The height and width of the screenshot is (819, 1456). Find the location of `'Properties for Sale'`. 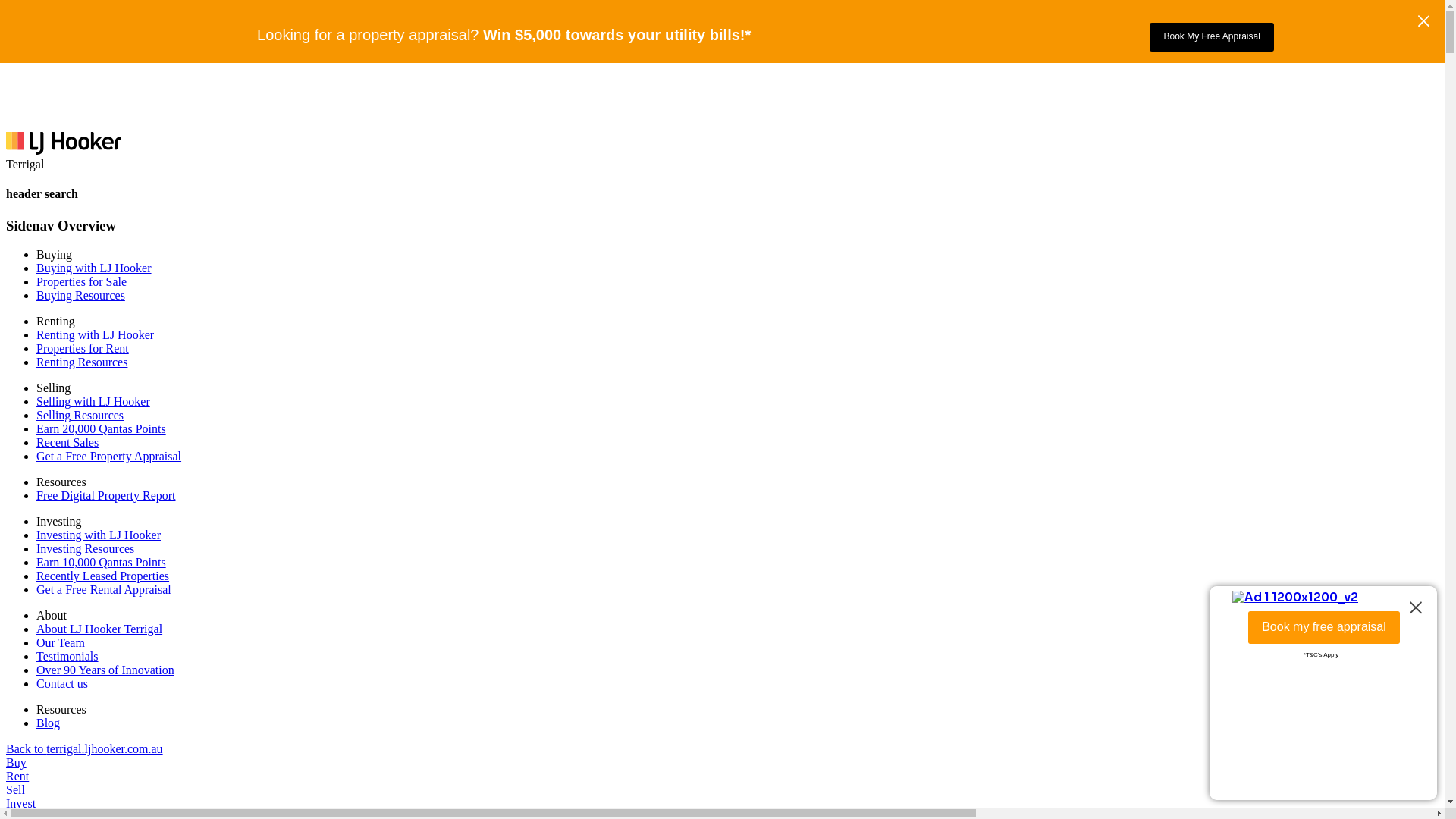

'Properties for Sale' is located at coordinates (80, 281).